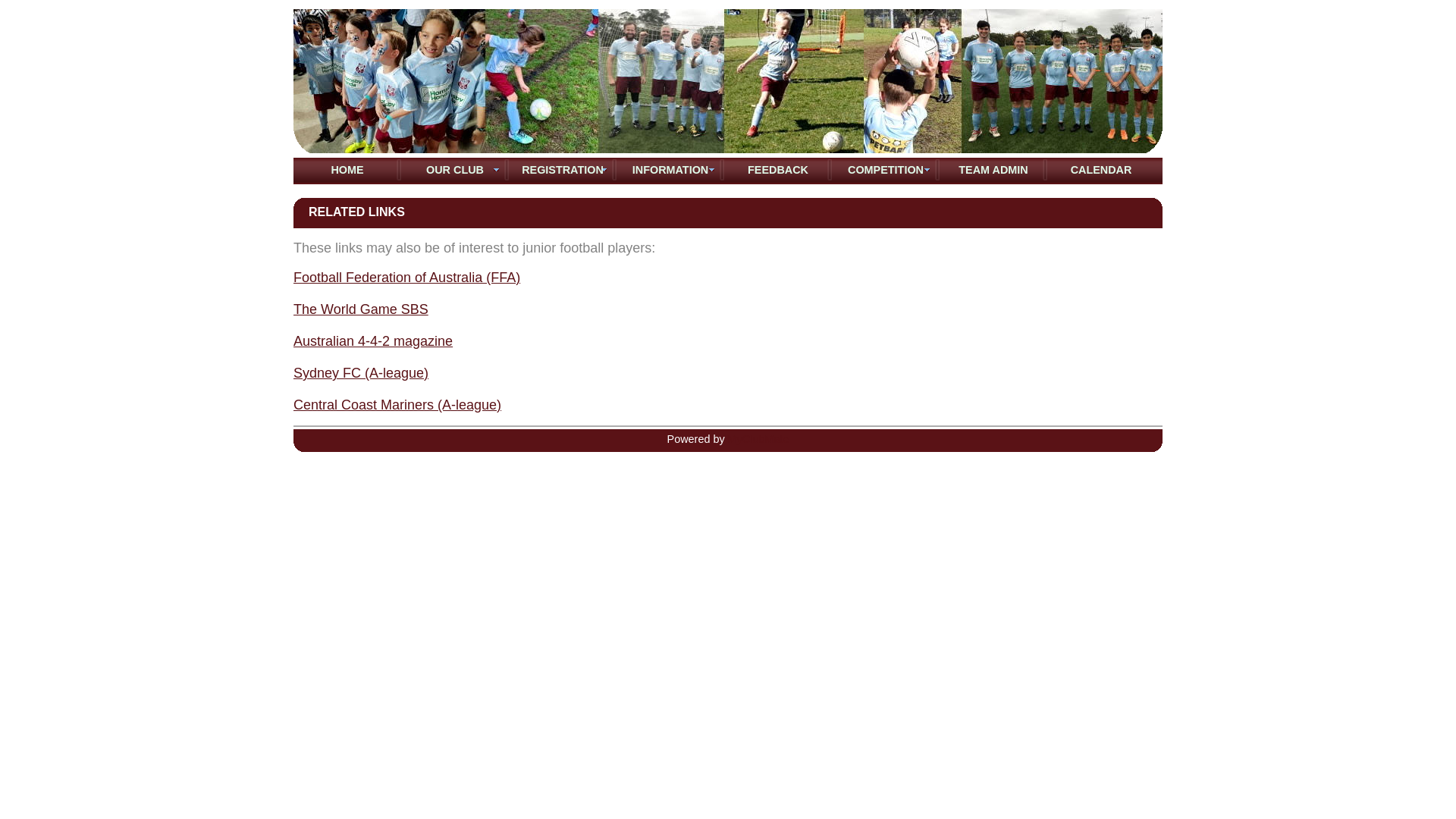 This screenshot has width=1456, height=819. What do you see at coordinates (728, 438) in the screenshot?
I see `'MyClubMate'` at bounding box center [728, 438].